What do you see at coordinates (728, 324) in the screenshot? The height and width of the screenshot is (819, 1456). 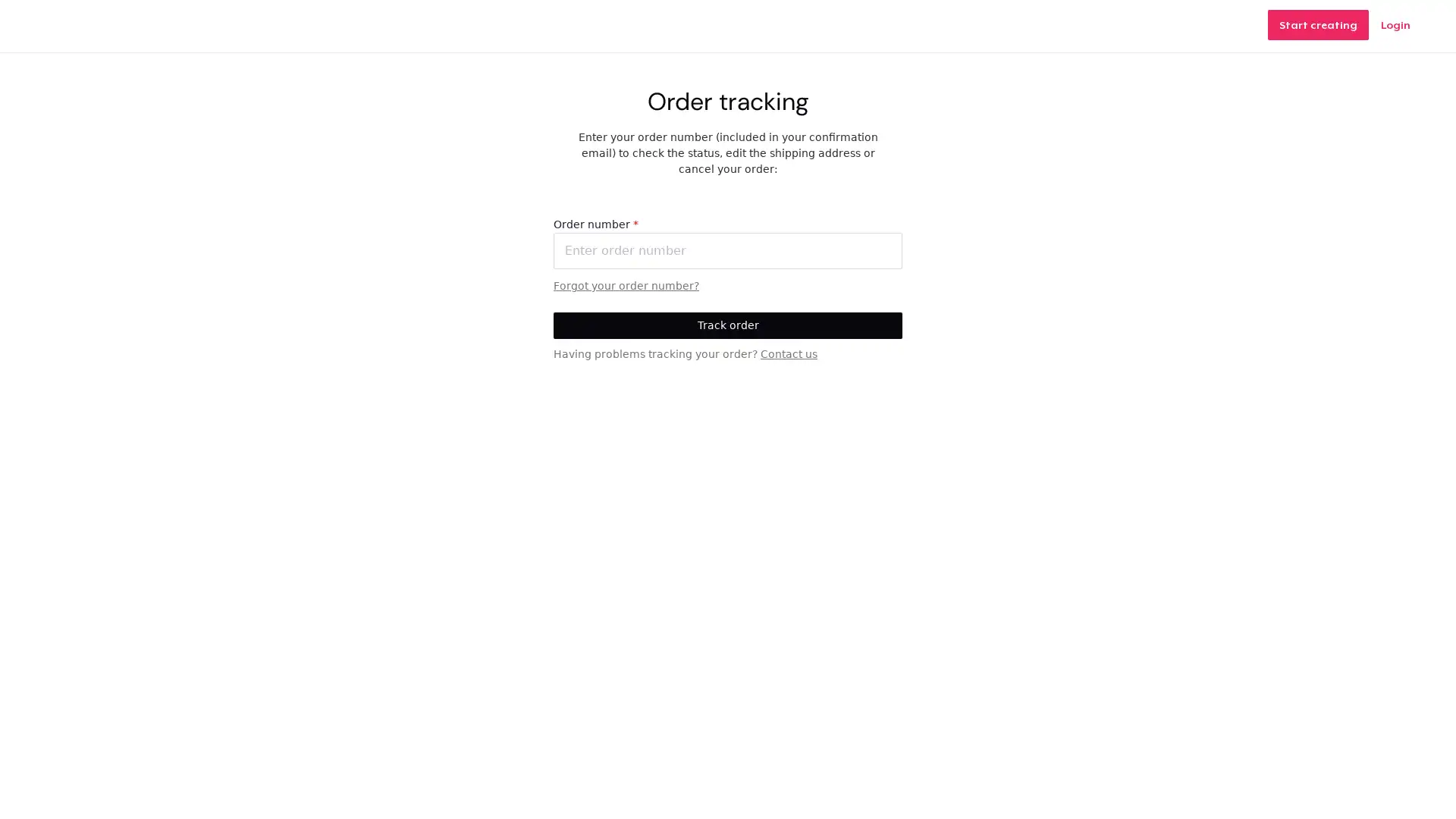 I see `Track order` at bounding box center [728, 324].